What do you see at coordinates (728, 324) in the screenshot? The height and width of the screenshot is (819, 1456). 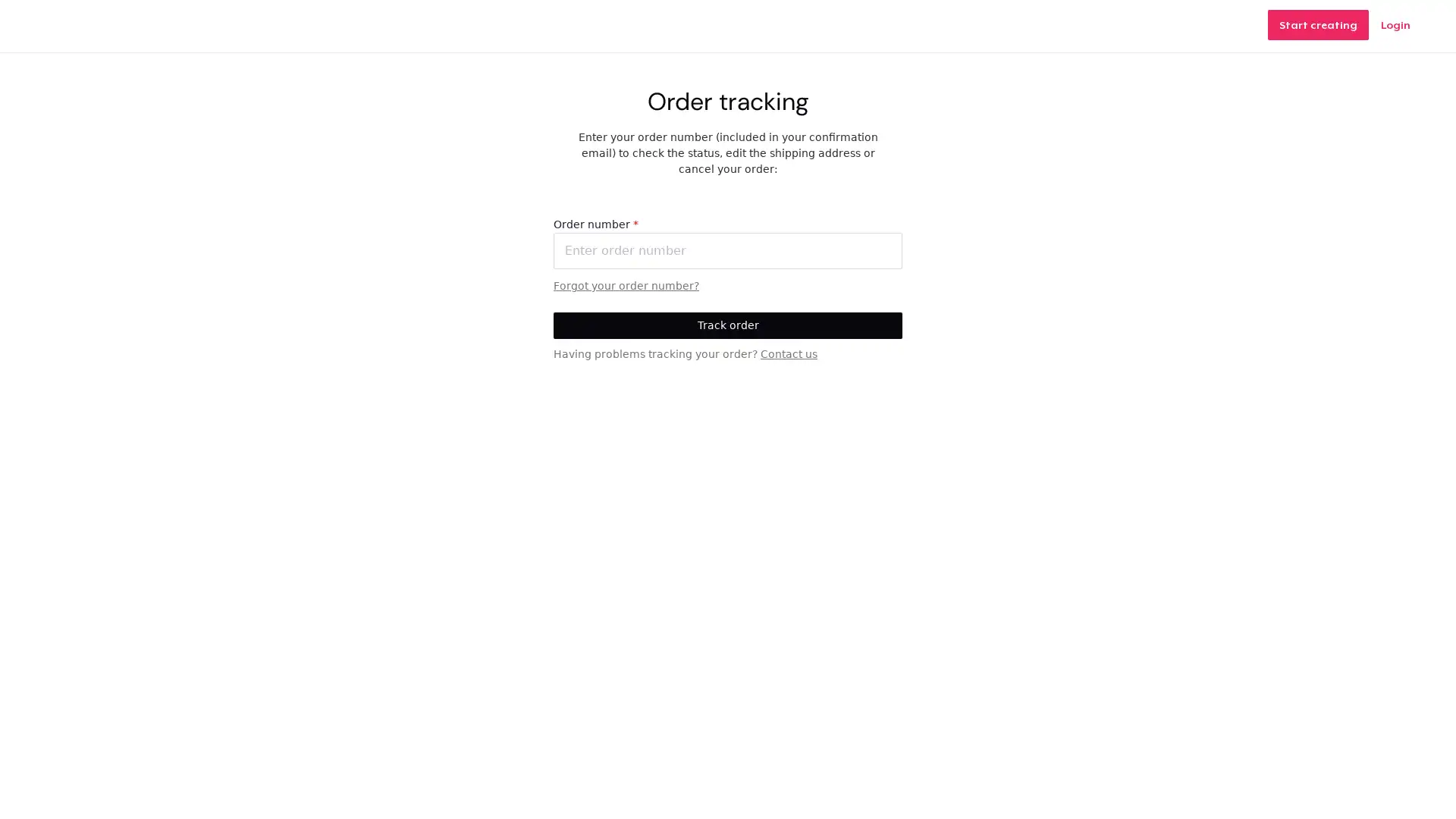 I see `Track order` at bounding box center [728, 324].